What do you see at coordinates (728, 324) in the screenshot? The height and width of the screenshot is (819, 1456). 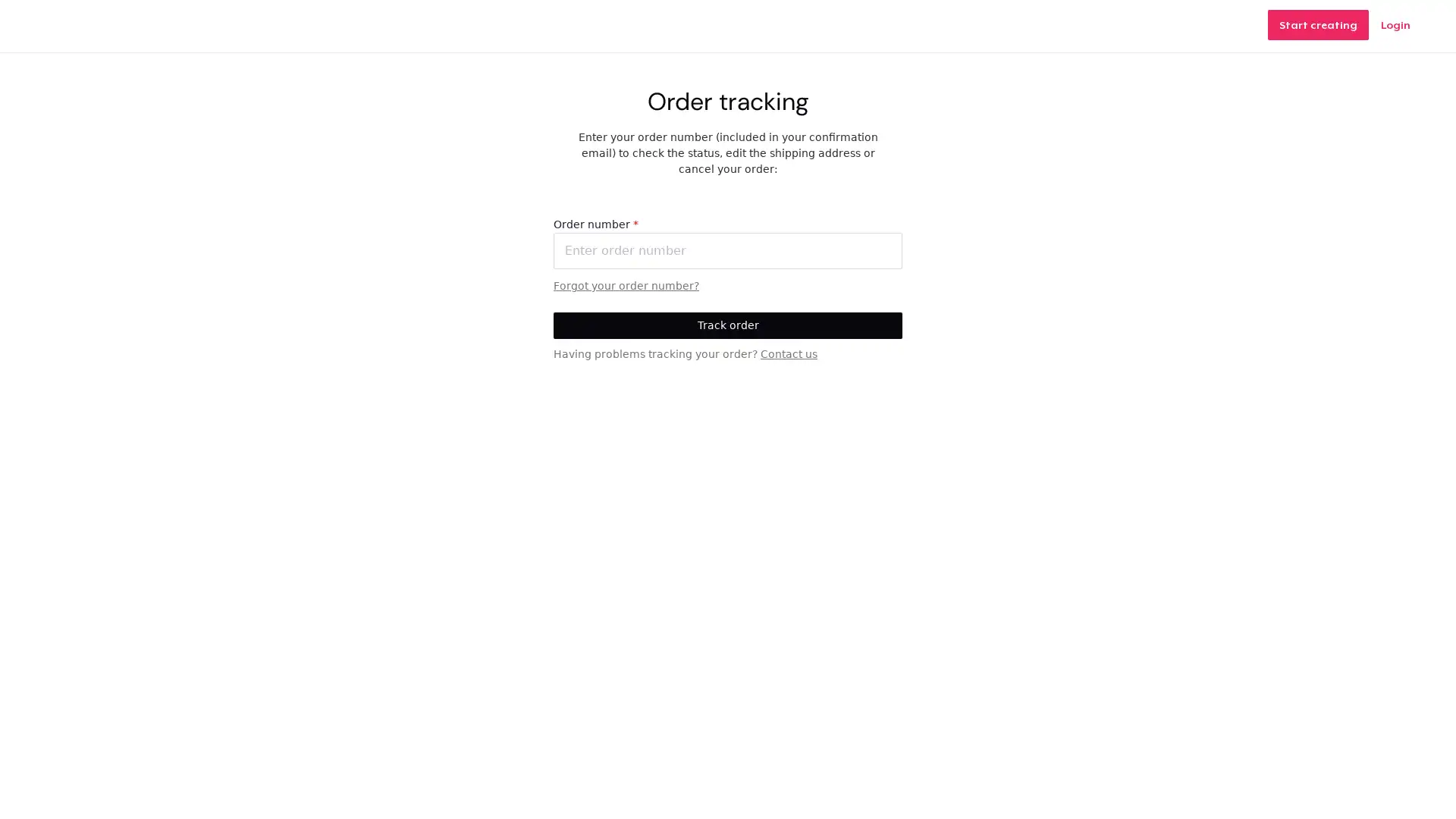 I see `Track order` at bounding box center [728, 324].